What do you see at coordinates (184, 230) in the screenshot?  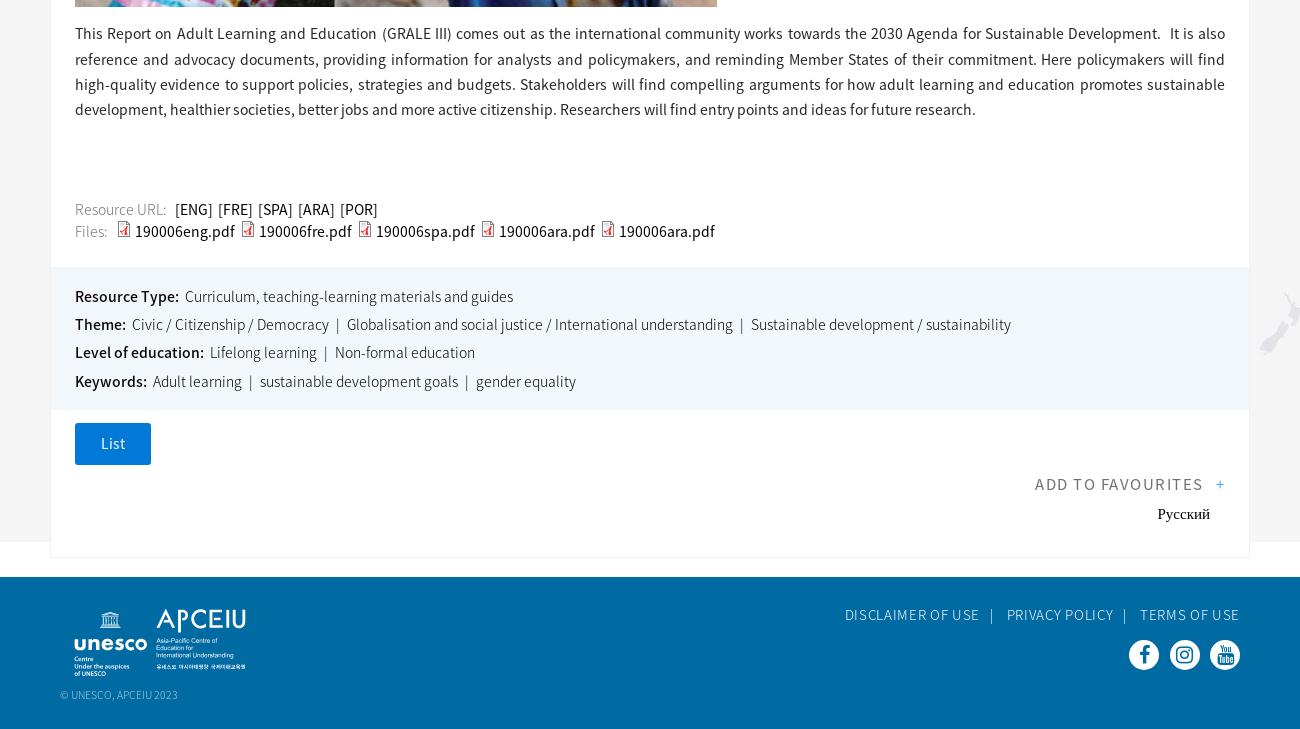 I see `'190006eng.pdf'` at bounding box center [184, 230].